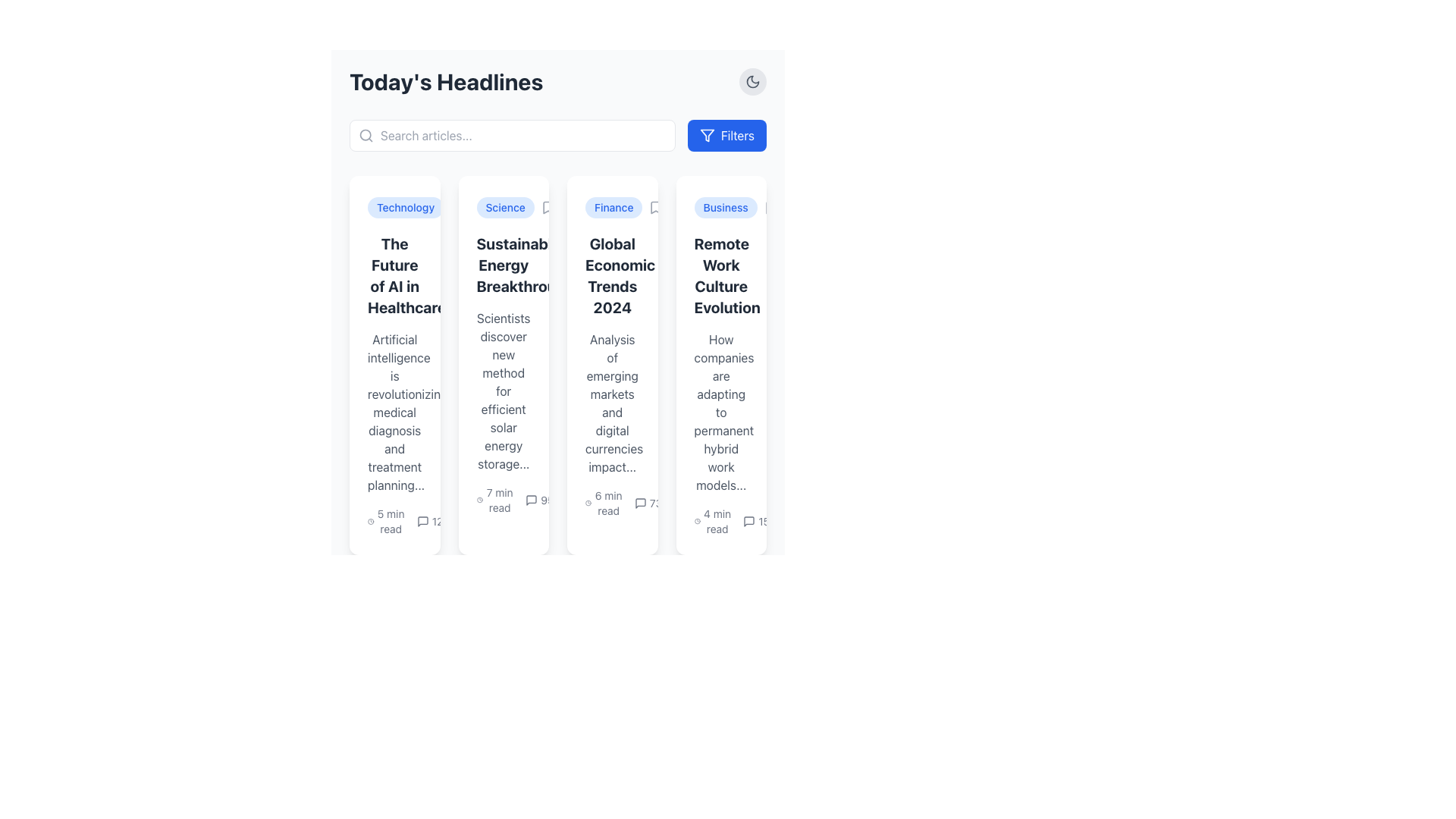 The height and width of the screenshot is (819, 1456). I want to click on the bold text label 'Today's Headlines' located at the top left of the interface, styled in a large dark font against a light background, so click(445, 82).